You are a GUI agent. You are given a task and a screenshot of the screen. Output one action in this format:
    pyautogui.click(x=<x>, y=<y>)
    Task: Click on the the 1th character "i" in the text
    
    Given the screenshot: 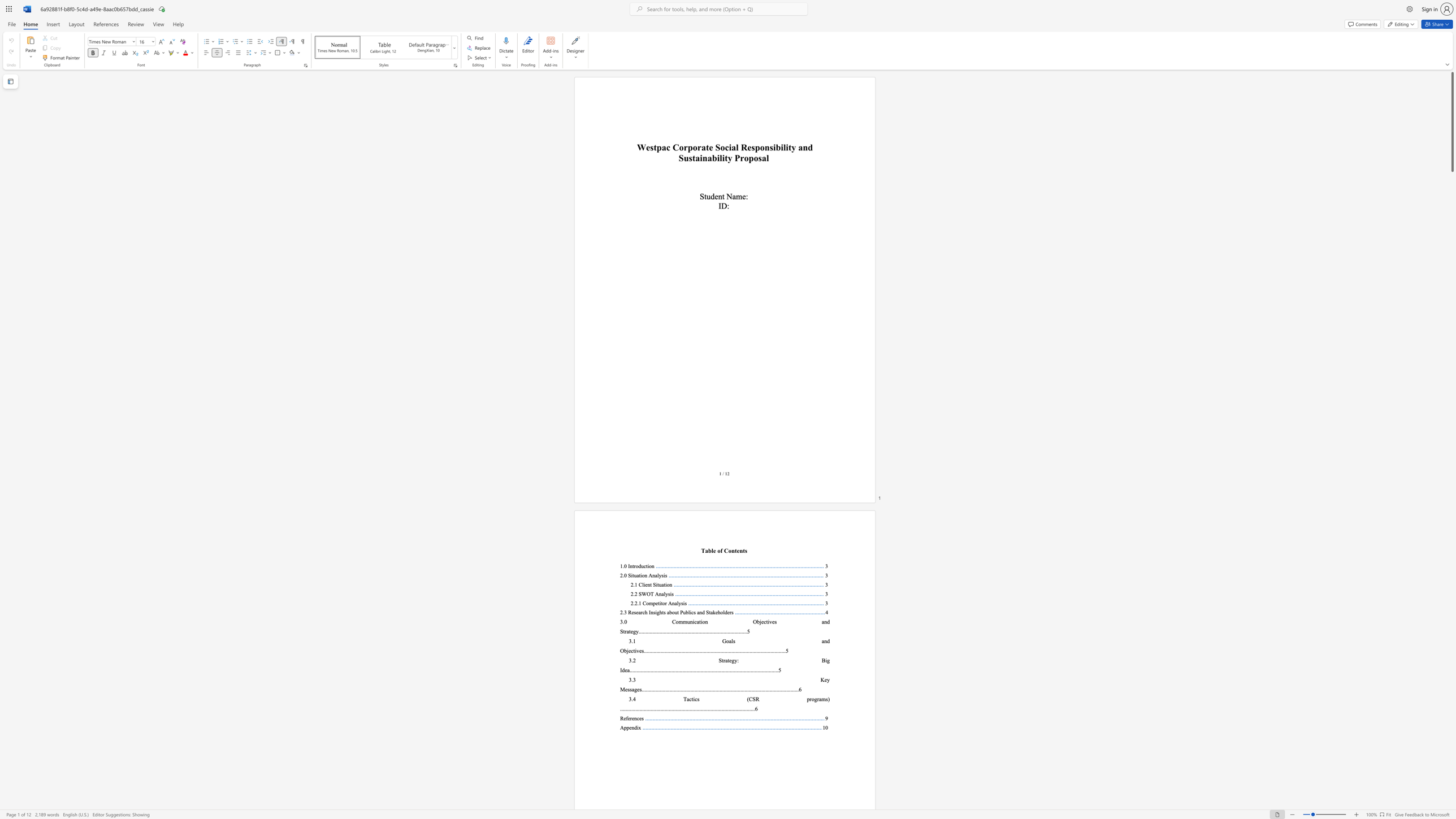 What is the action you would take?
    pyautogui.click(x=647, y=566)
    